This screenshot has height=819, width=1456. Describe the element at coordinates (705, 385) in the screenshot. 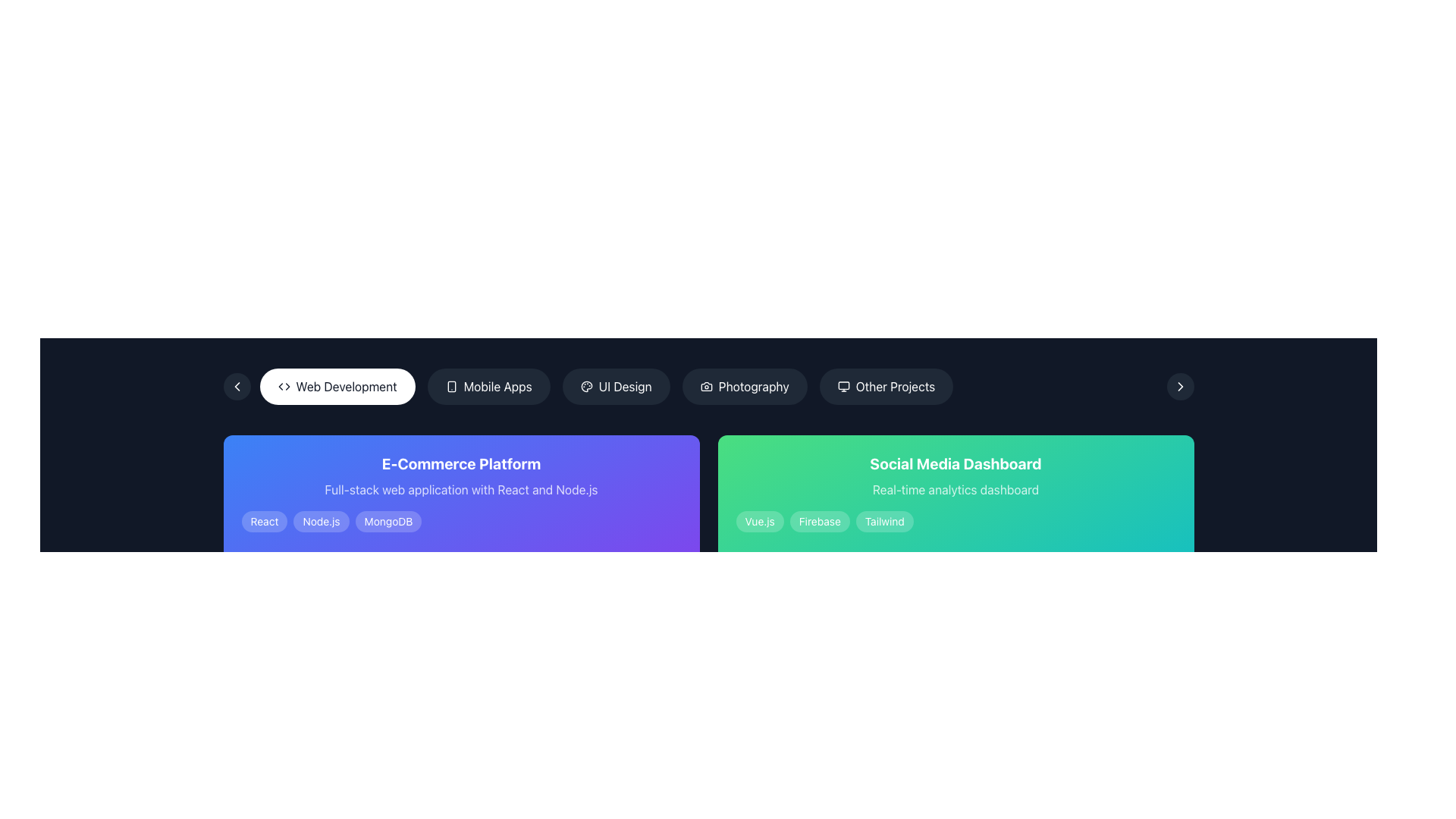

I see `the camera icon located in the navigation section at the top of the interface, which is associated with photography functionalities` at that location.